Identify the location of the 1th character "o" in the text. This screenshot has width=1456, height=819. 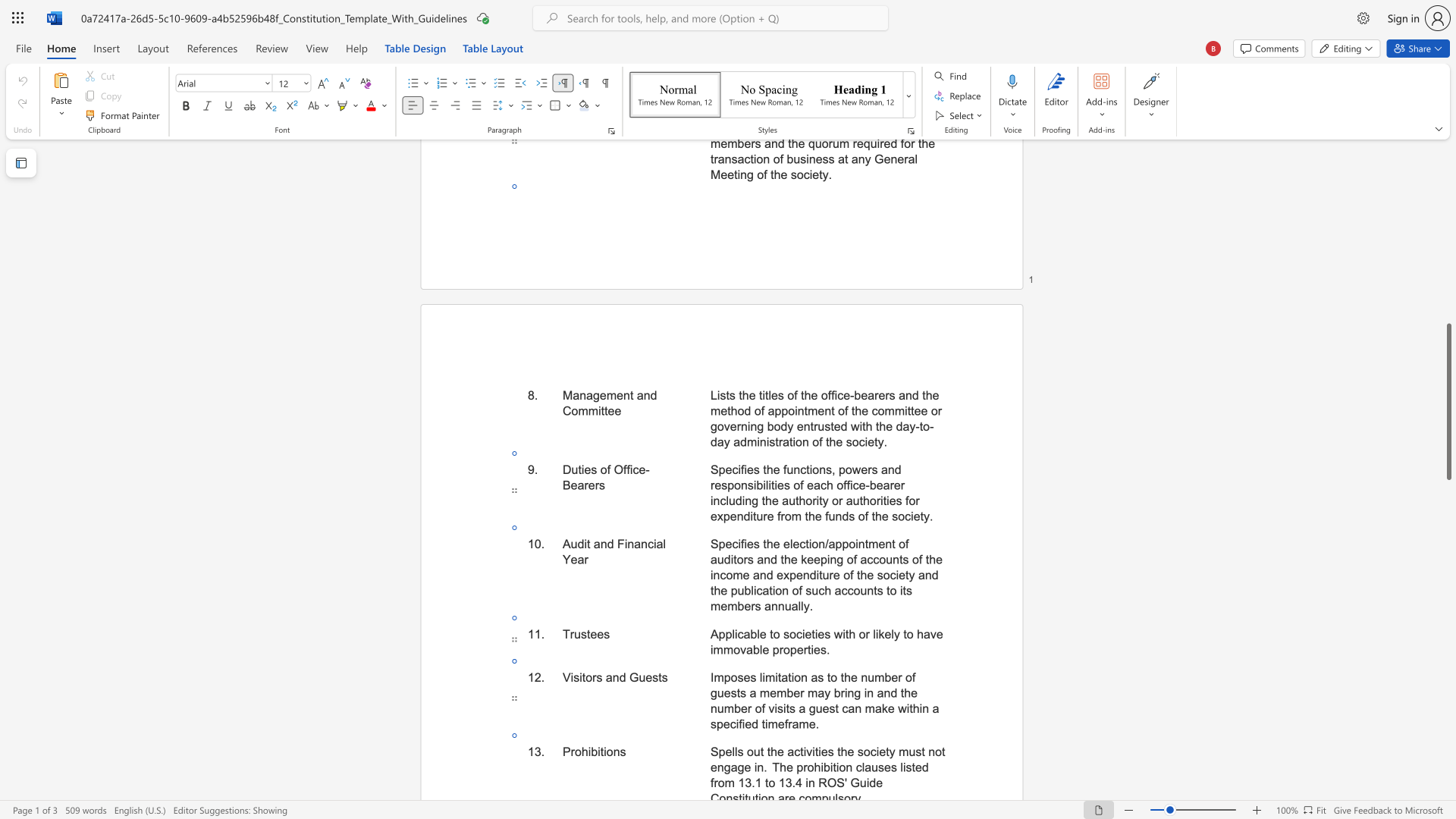
(577, 752).